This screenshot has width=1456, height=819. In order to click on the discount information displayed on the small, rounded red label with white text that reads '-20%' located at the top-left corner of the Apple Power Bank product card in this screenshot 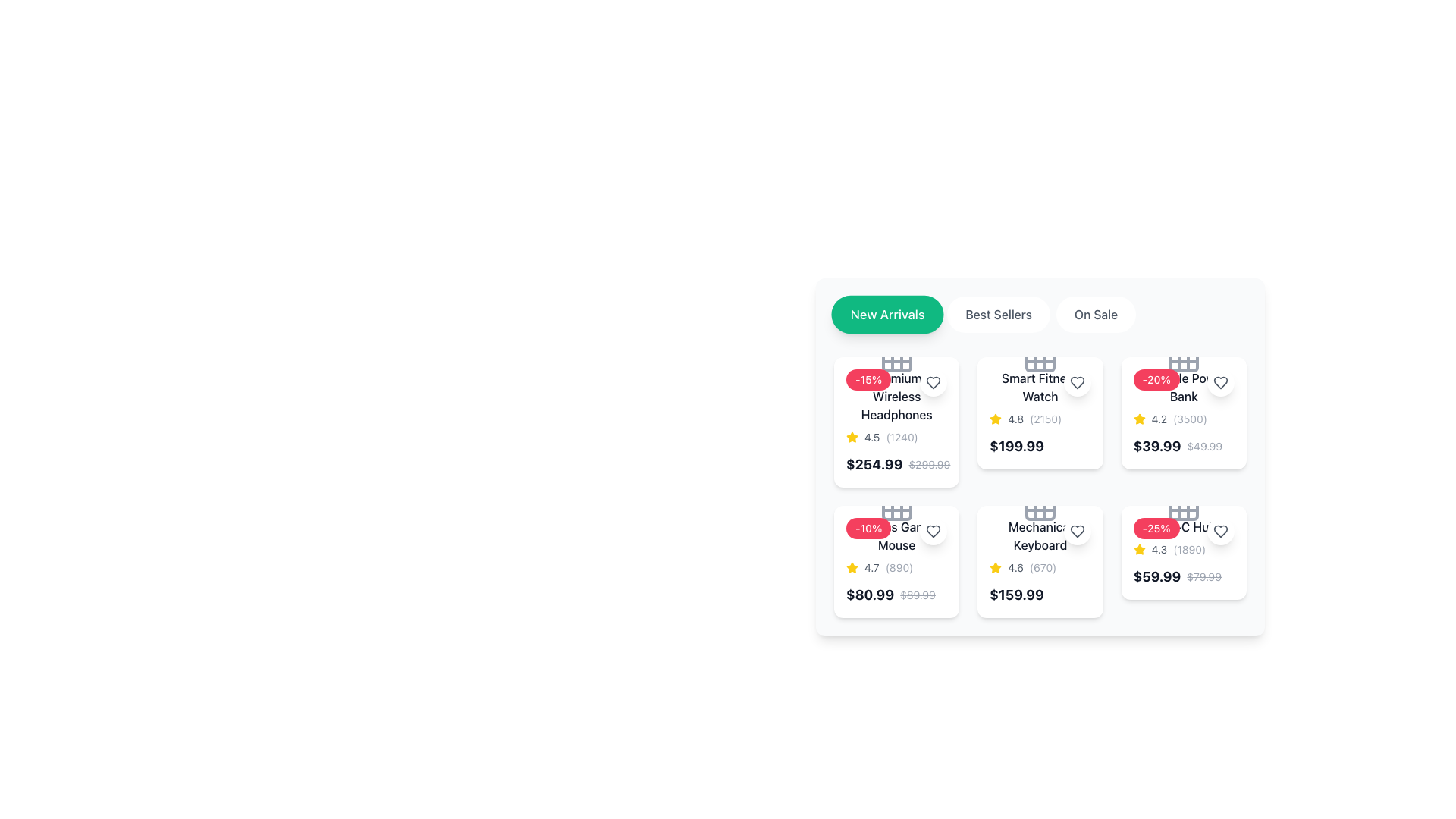, I will do `click(1156, 379)`.